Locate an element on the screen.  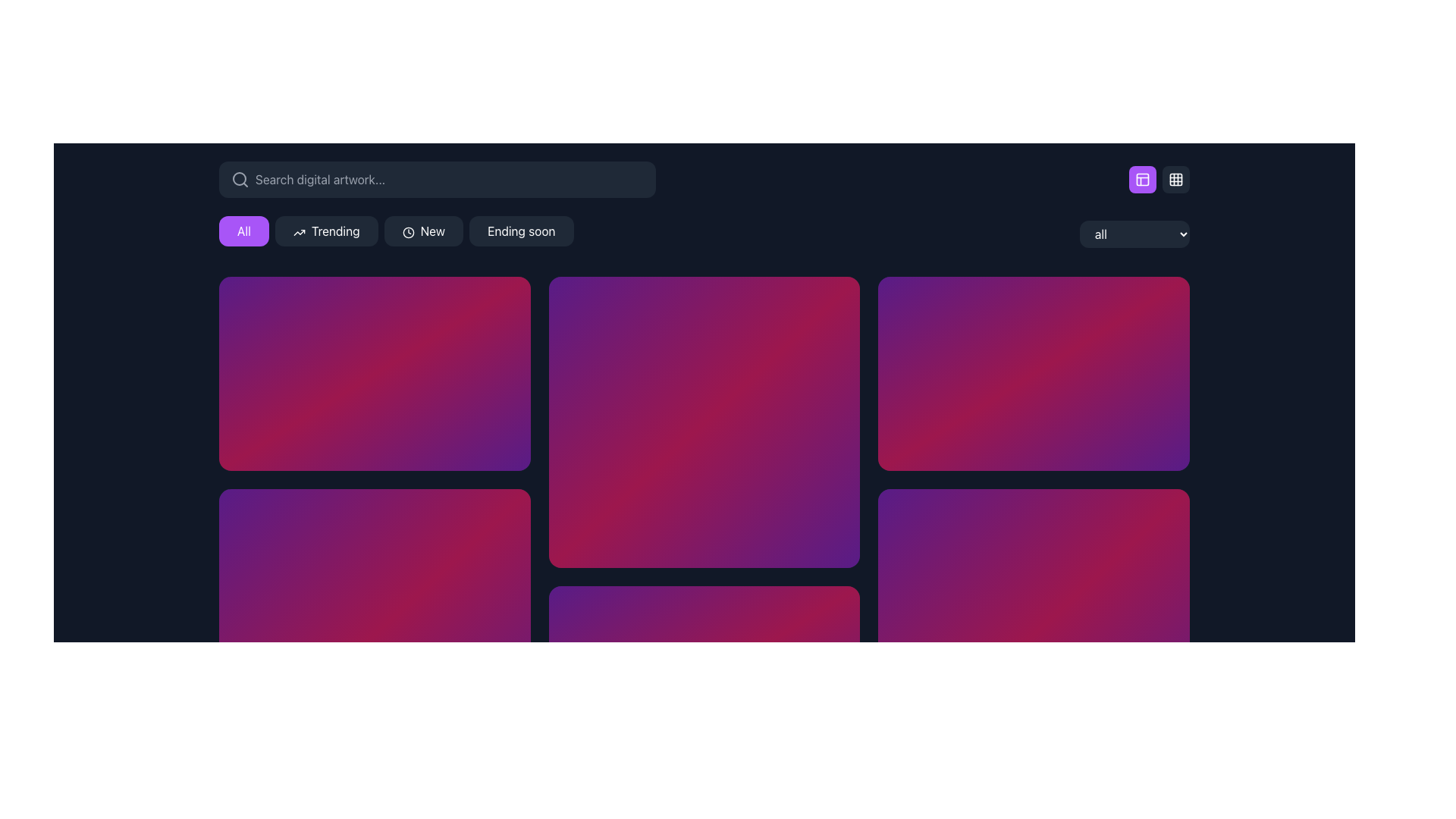
the small purple-shaded icon button located in the top right corner of the interface is located at coordinates (1143, 178).